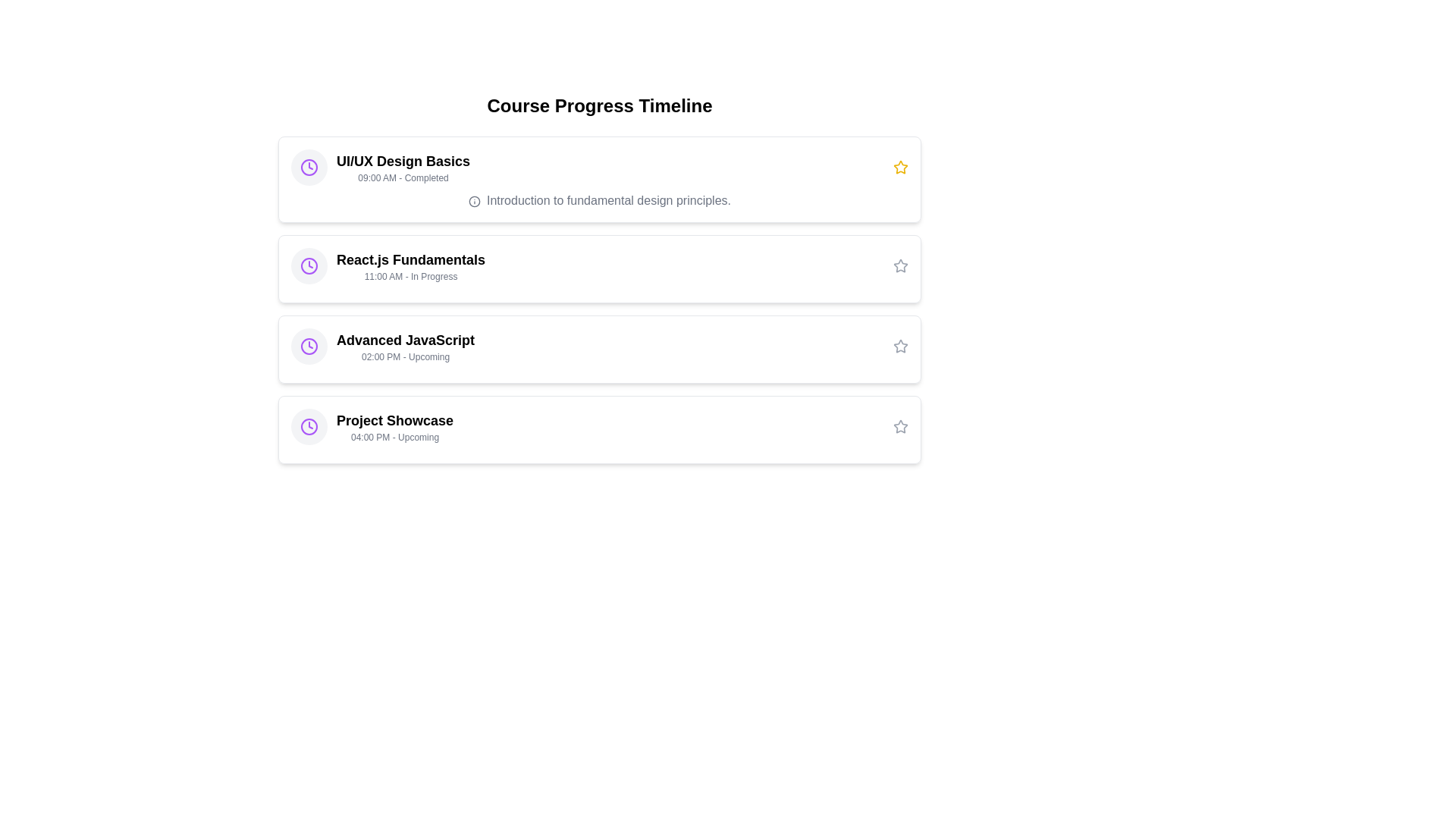  I want to click on the text label reading 'Introduction to fundamental design principles' which is styled in light gray, located below the heading 'UI/UX Design Basics', so click(599, 200).